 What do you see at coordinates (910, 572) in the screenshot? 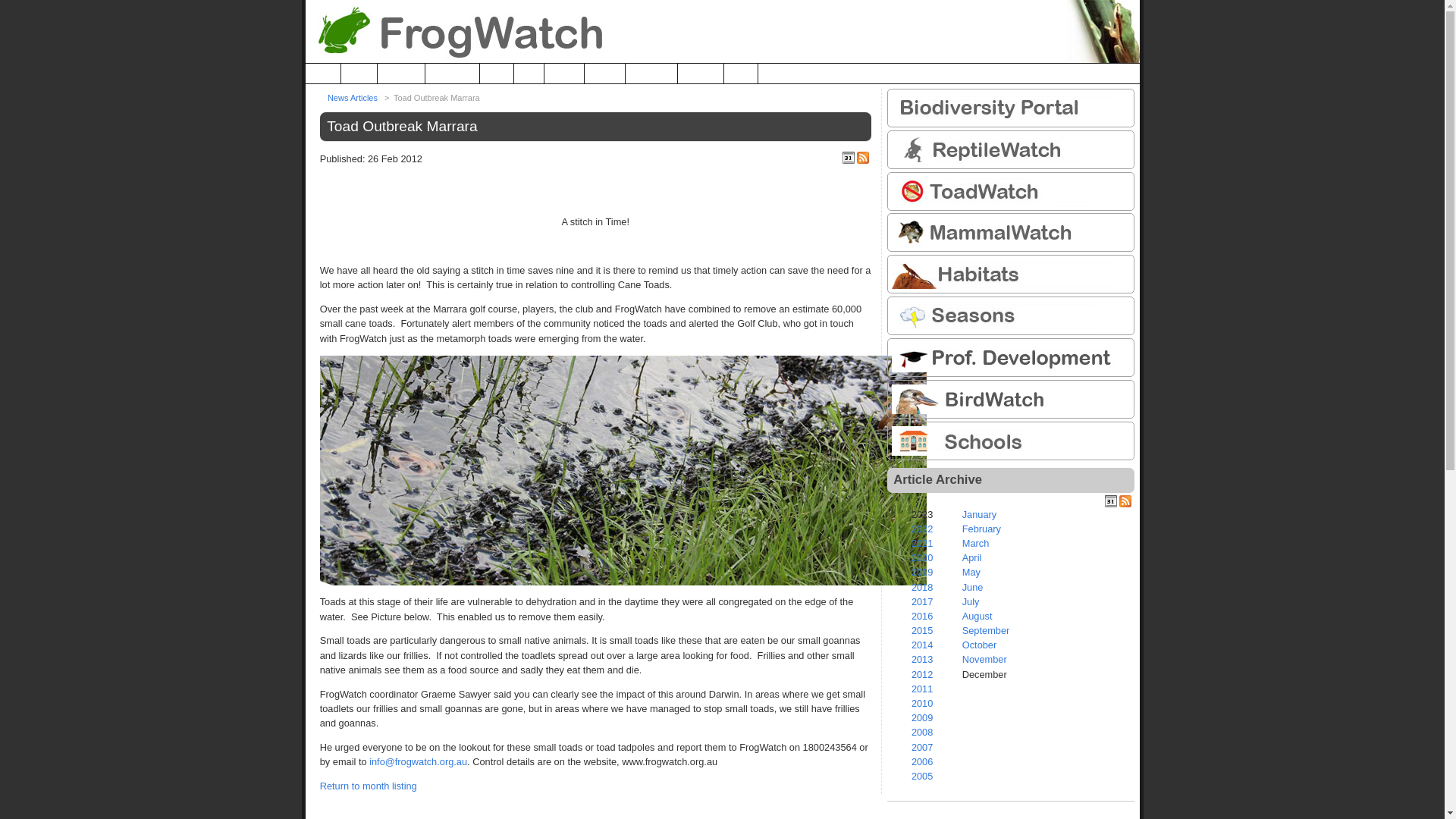
I see `'2019'` at bounding box center [910, 572].